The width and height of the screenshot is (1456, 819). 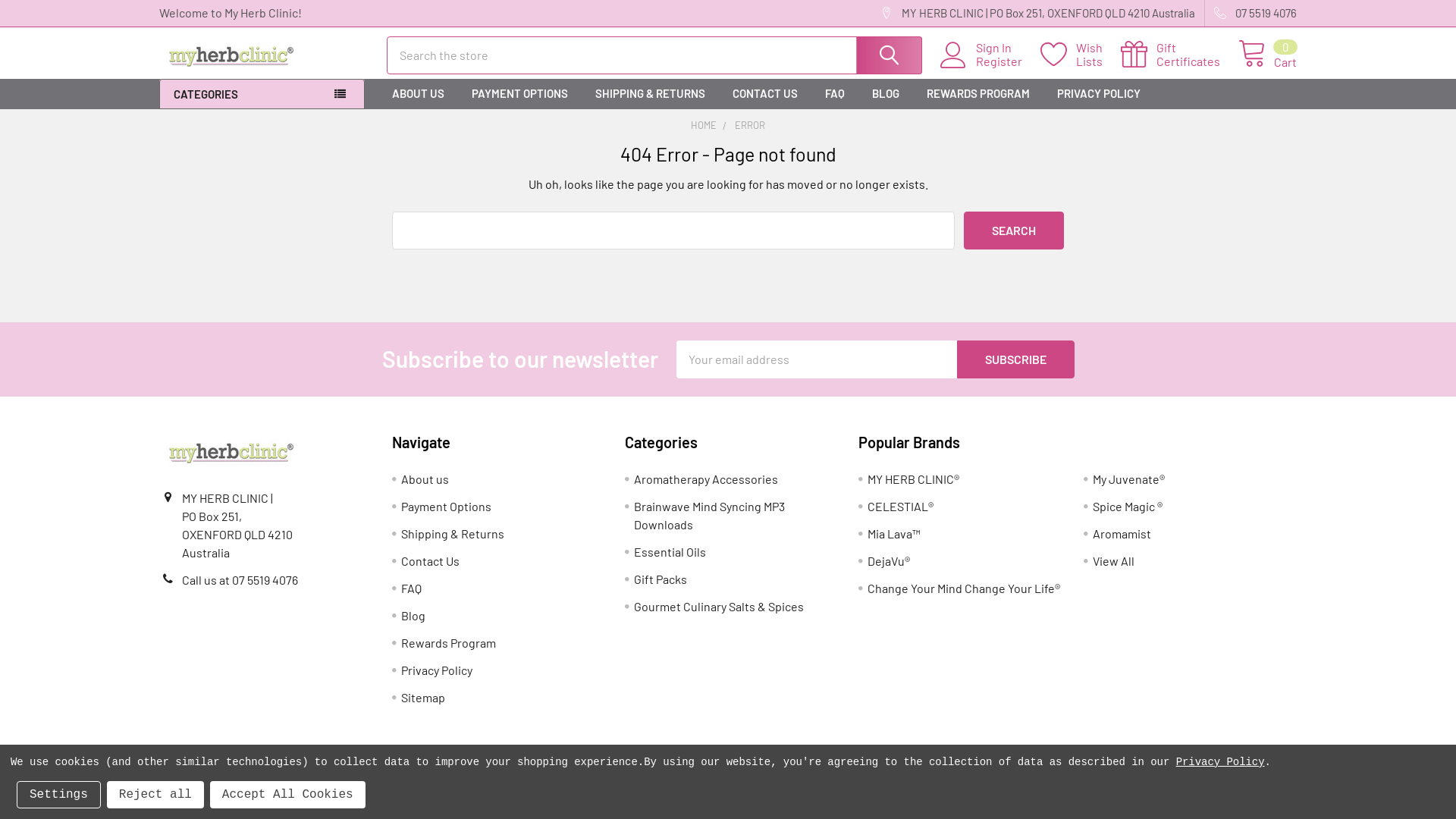 I want to click on 'Search', so click(x=1014, y=231).